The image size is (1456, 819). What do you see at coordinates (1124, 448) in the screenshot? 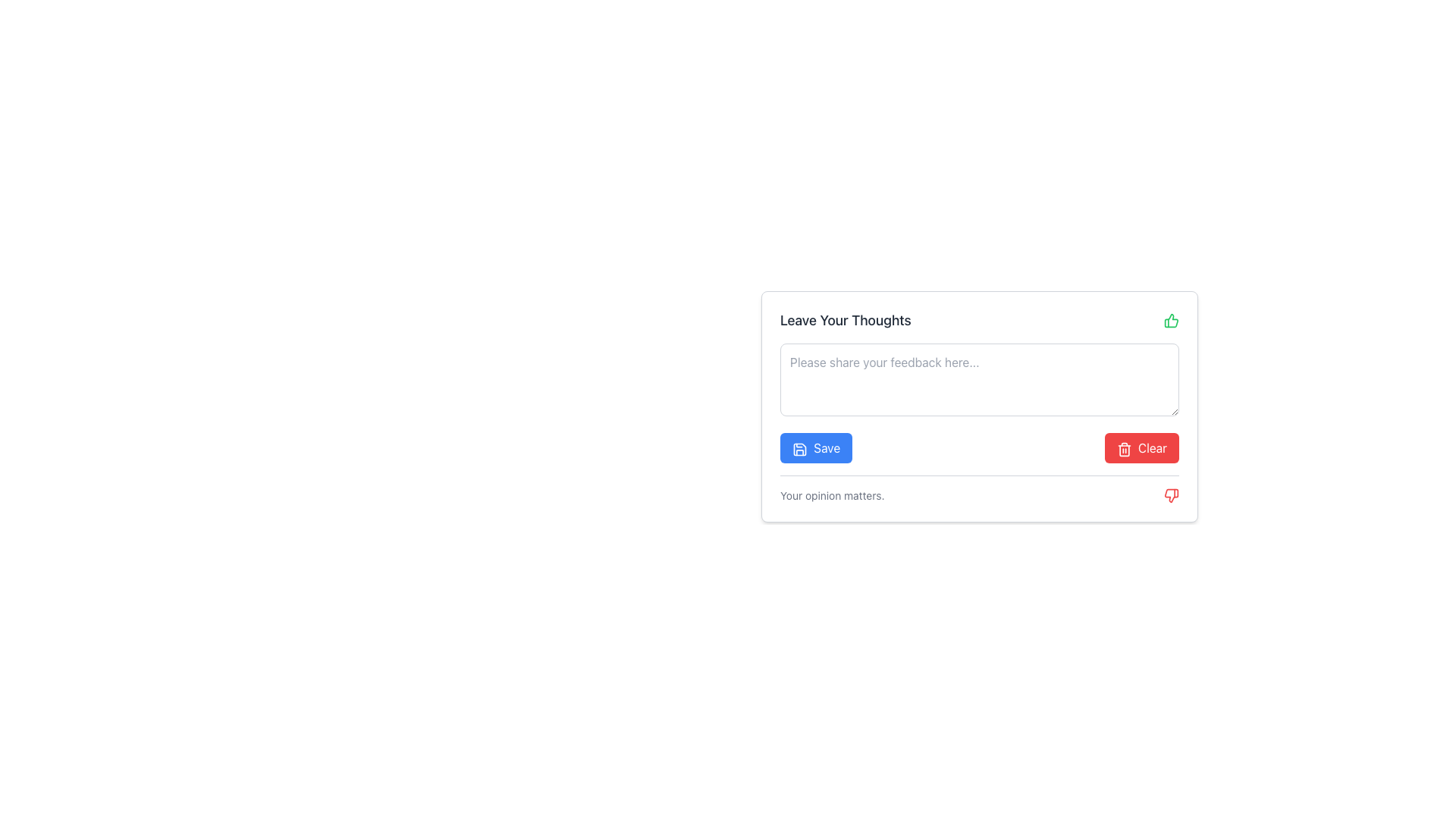
I see `the trashcan icon located to the left of the 'Clear' button, which is designed in a minimalistic line art style` at bounding box center [1124, 448].